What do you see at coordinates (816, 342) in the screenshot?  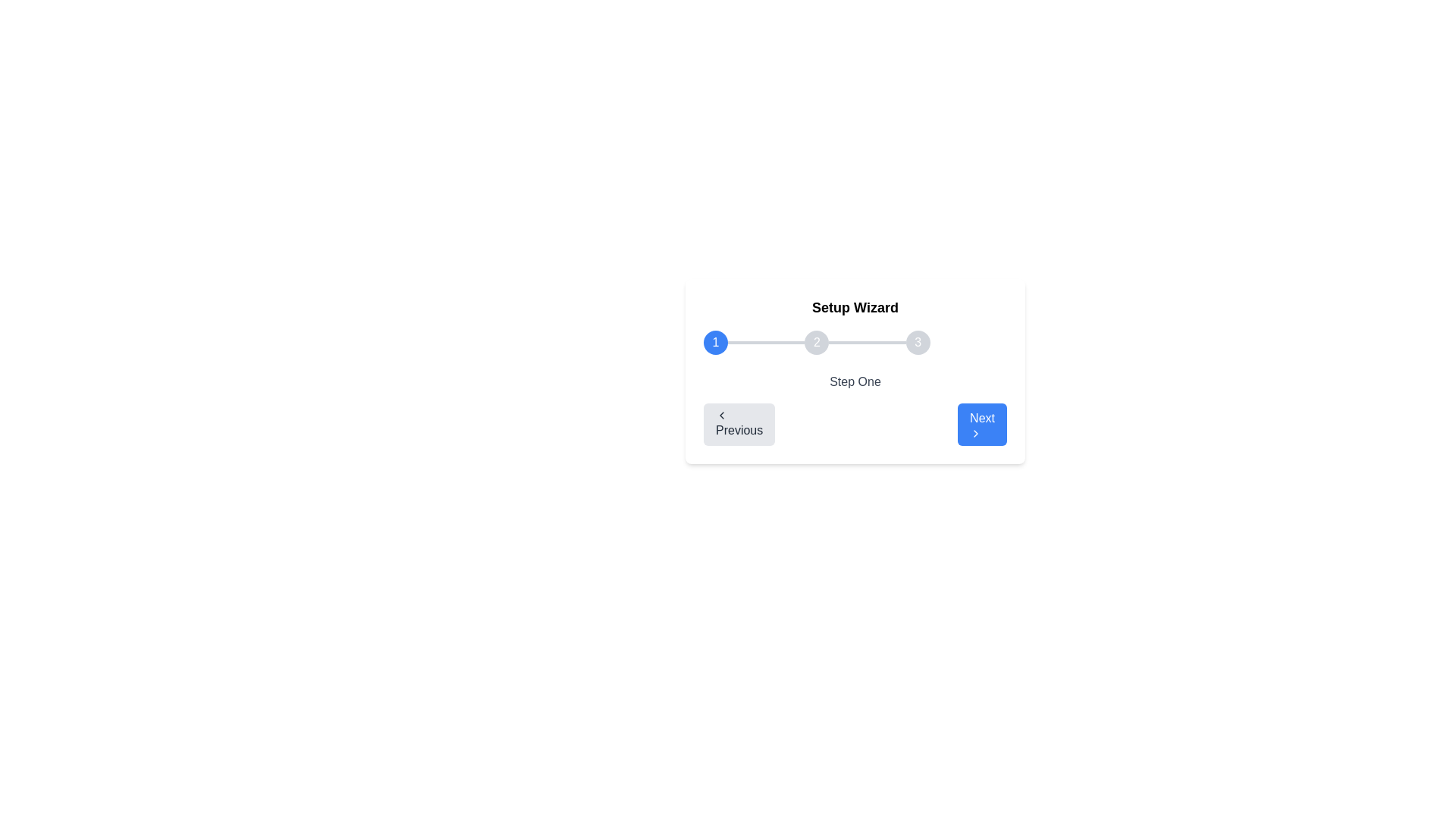 I see `the second step indicator in the progress tracker bar, which visually represents the second step in a multi-step process` at bounding box center [816, 342].